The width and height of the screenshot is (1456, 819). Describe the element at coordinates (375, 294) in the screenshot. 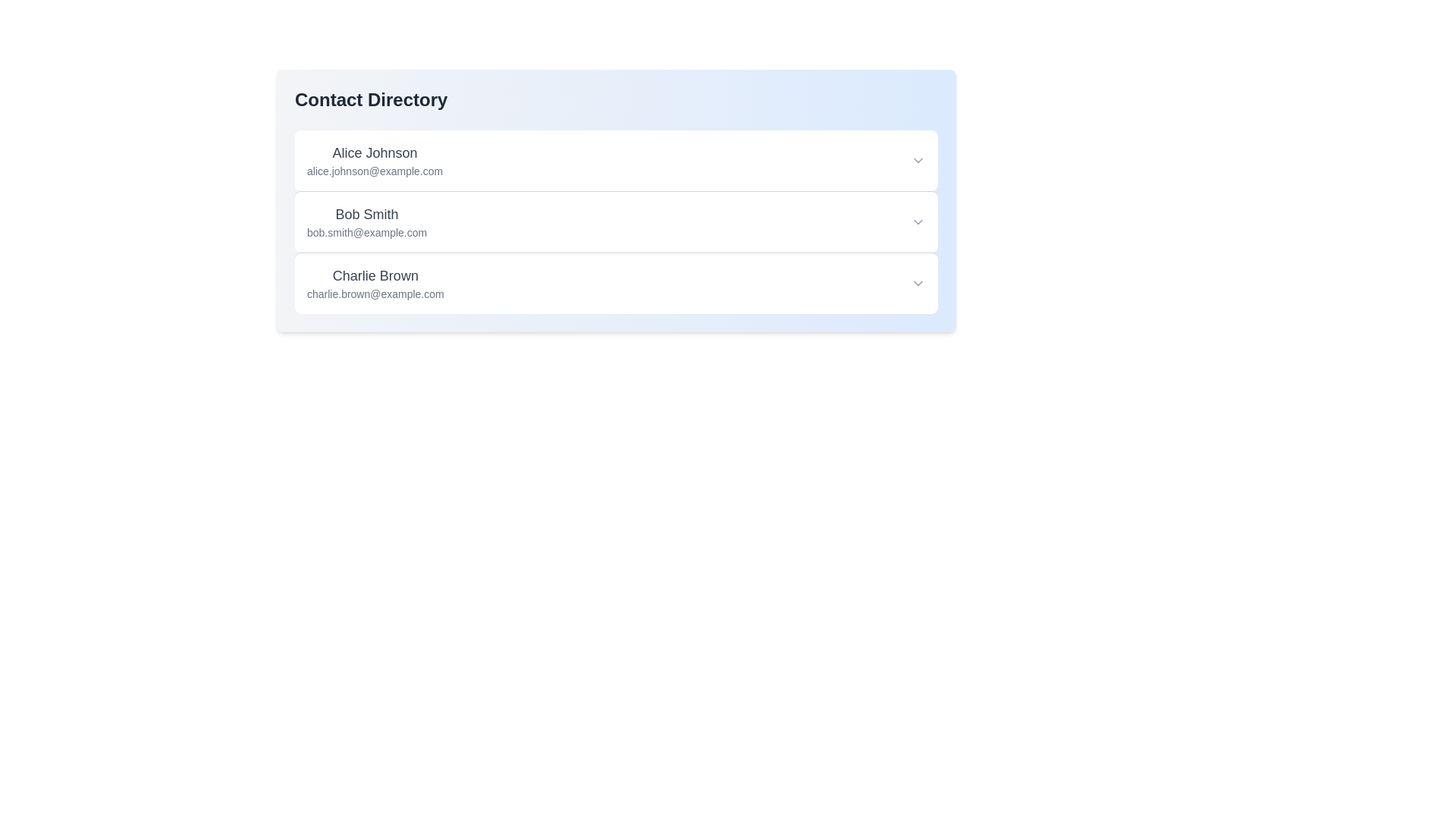

I see `the static text displaying the email address for the contact 'Charlie Brown', located below the name in the third contact card` at that location.